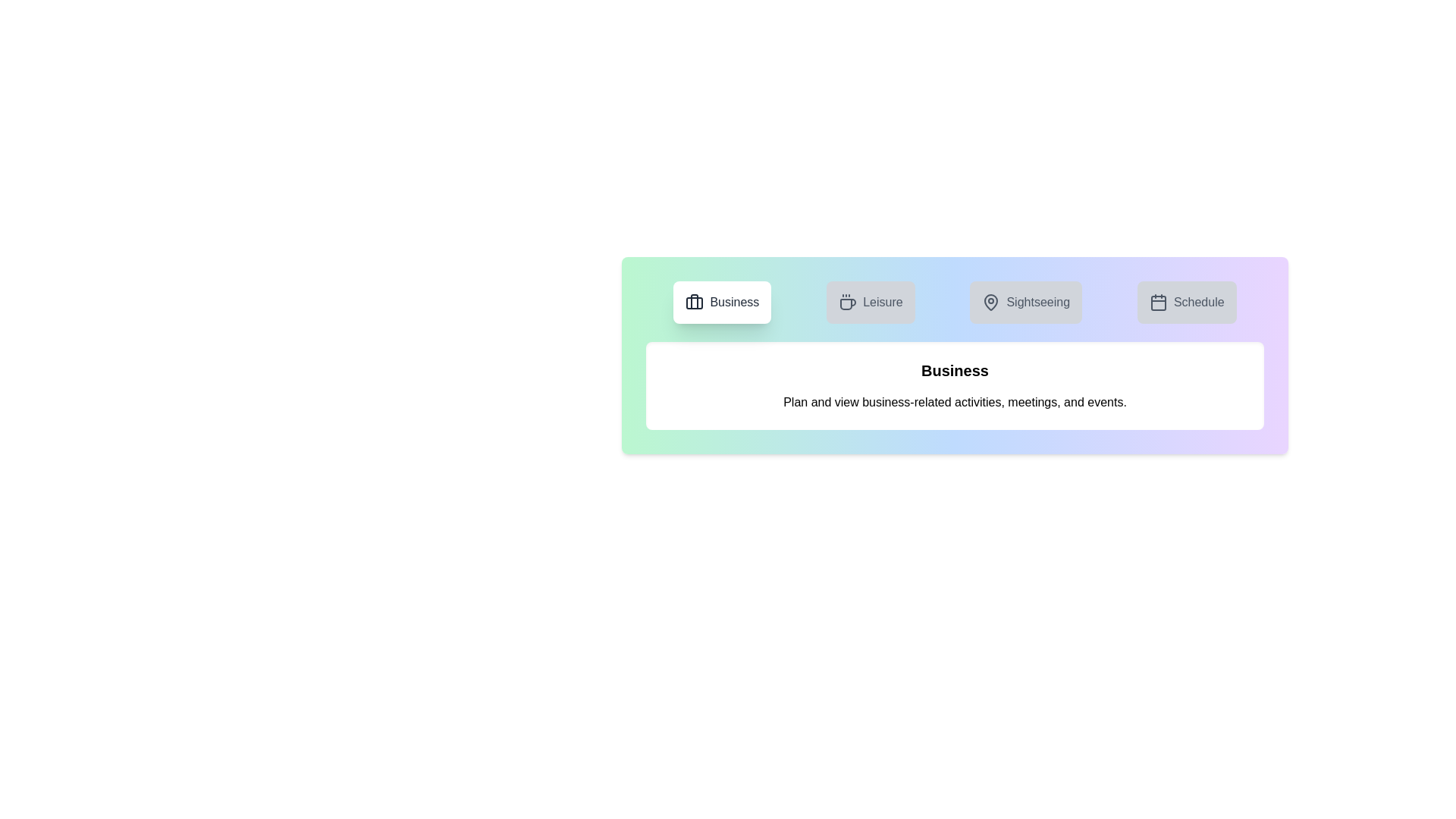  Describe the element at coordinates (720, 302) in the screenshot. I see `the tab corresponding to Business` at that location.